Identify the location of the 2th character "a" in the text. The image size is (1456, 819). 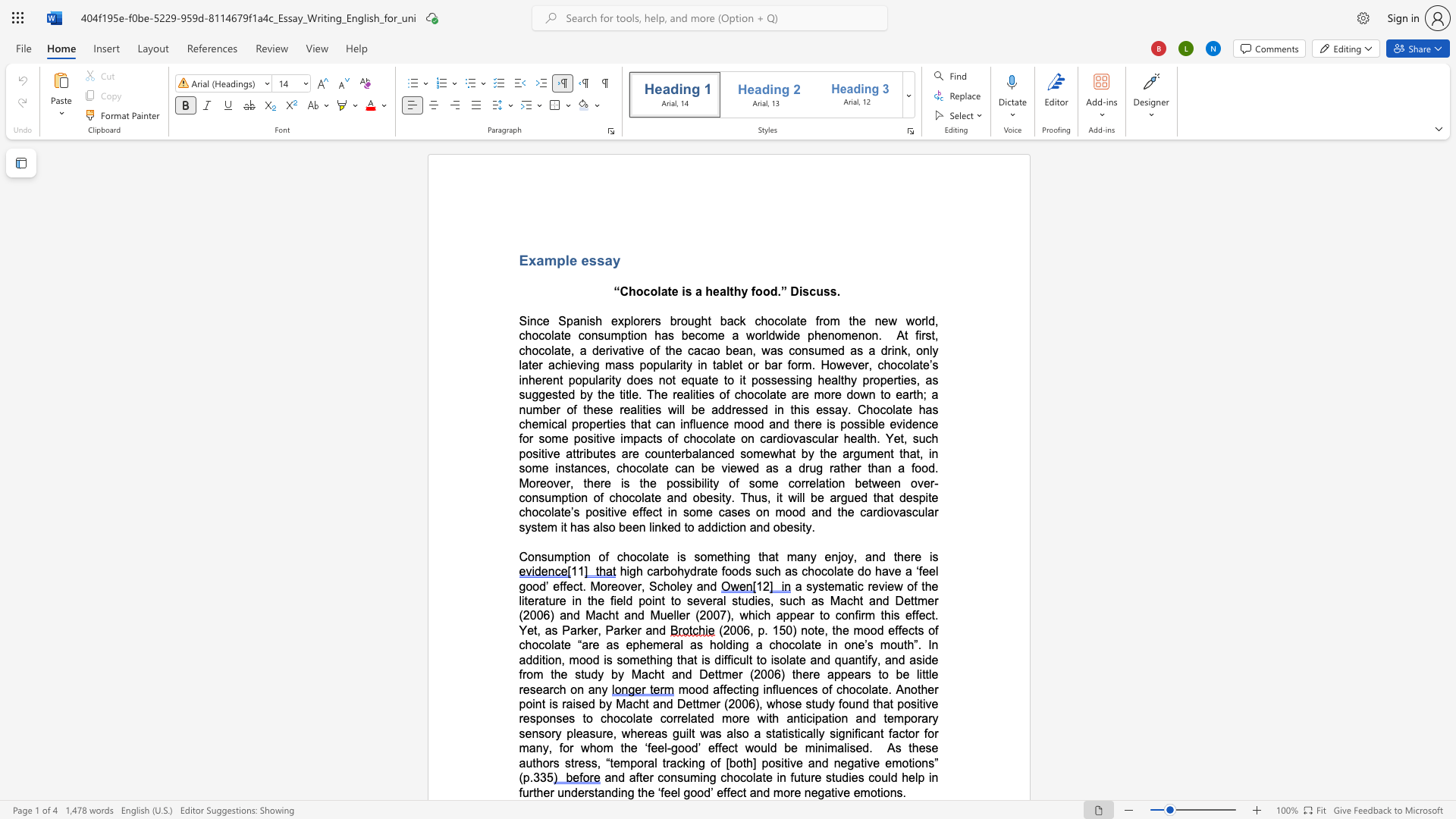
(608, 259).